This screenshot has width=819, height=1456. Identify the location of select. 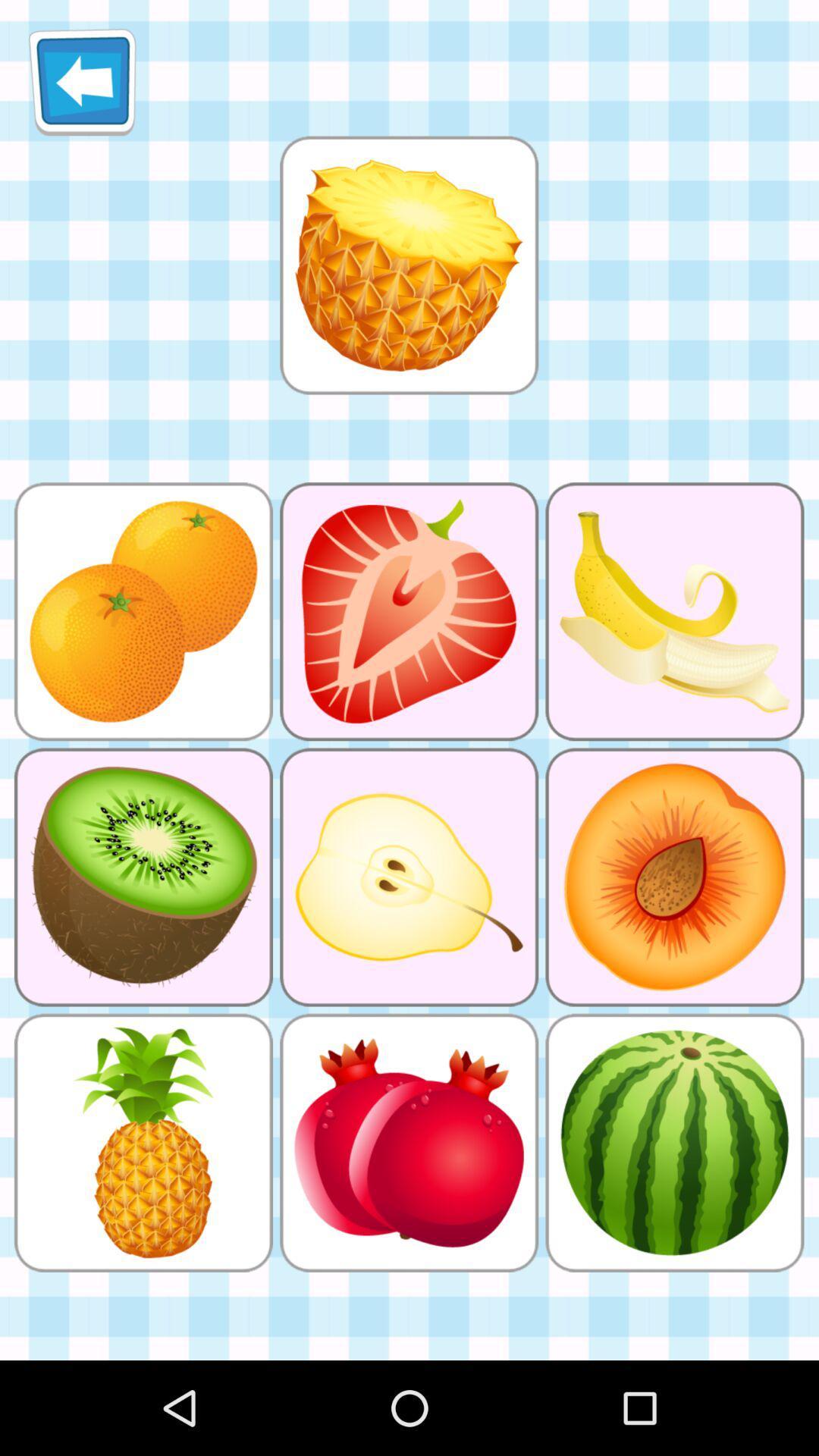
(408, 265).